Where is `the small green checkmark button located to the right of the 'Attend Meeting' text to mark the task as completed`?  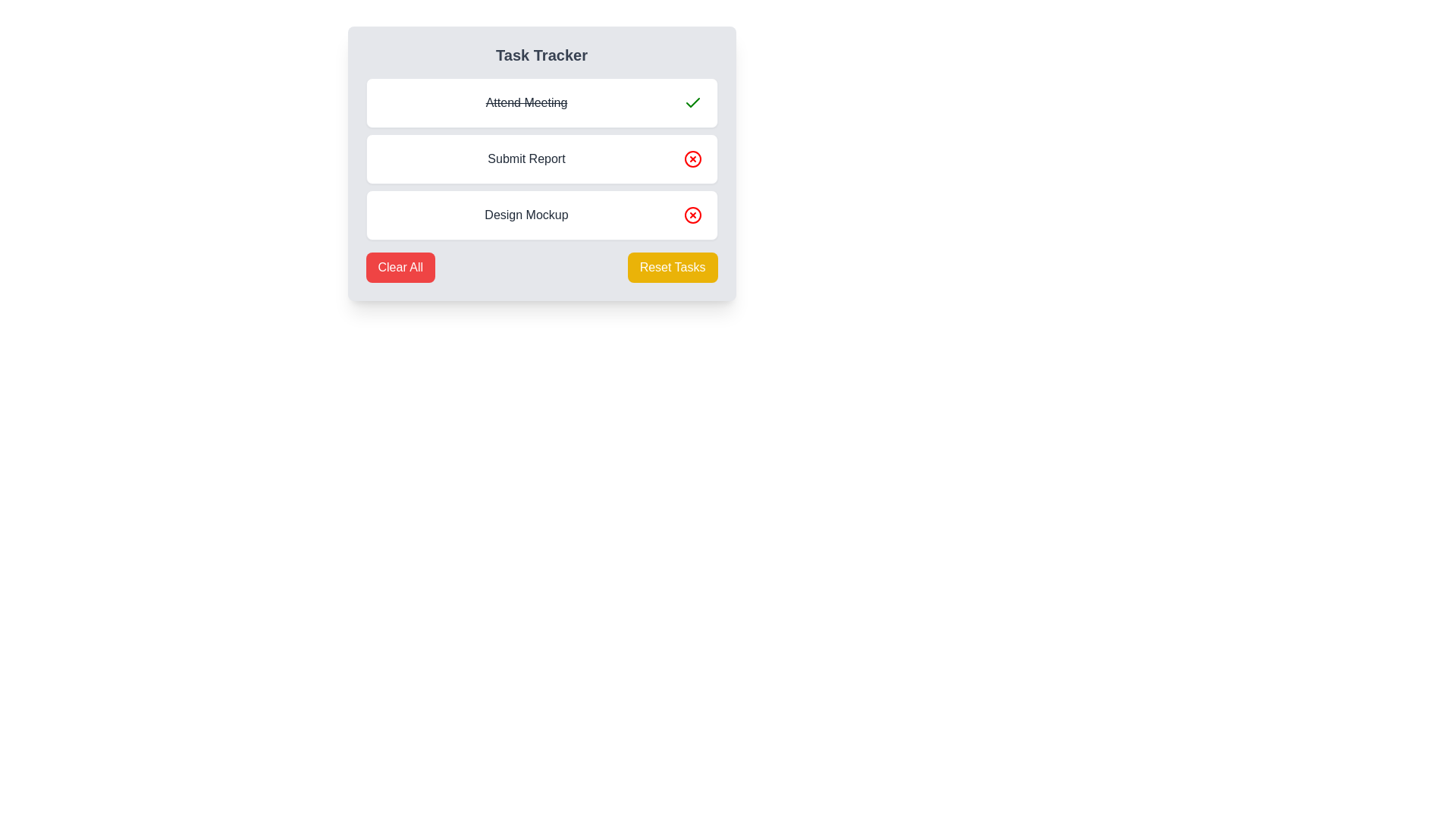 the small green checkmark button located to the right of the 'Attend Meeting' text to mark the task as completed is located at coordinates (692, 102).